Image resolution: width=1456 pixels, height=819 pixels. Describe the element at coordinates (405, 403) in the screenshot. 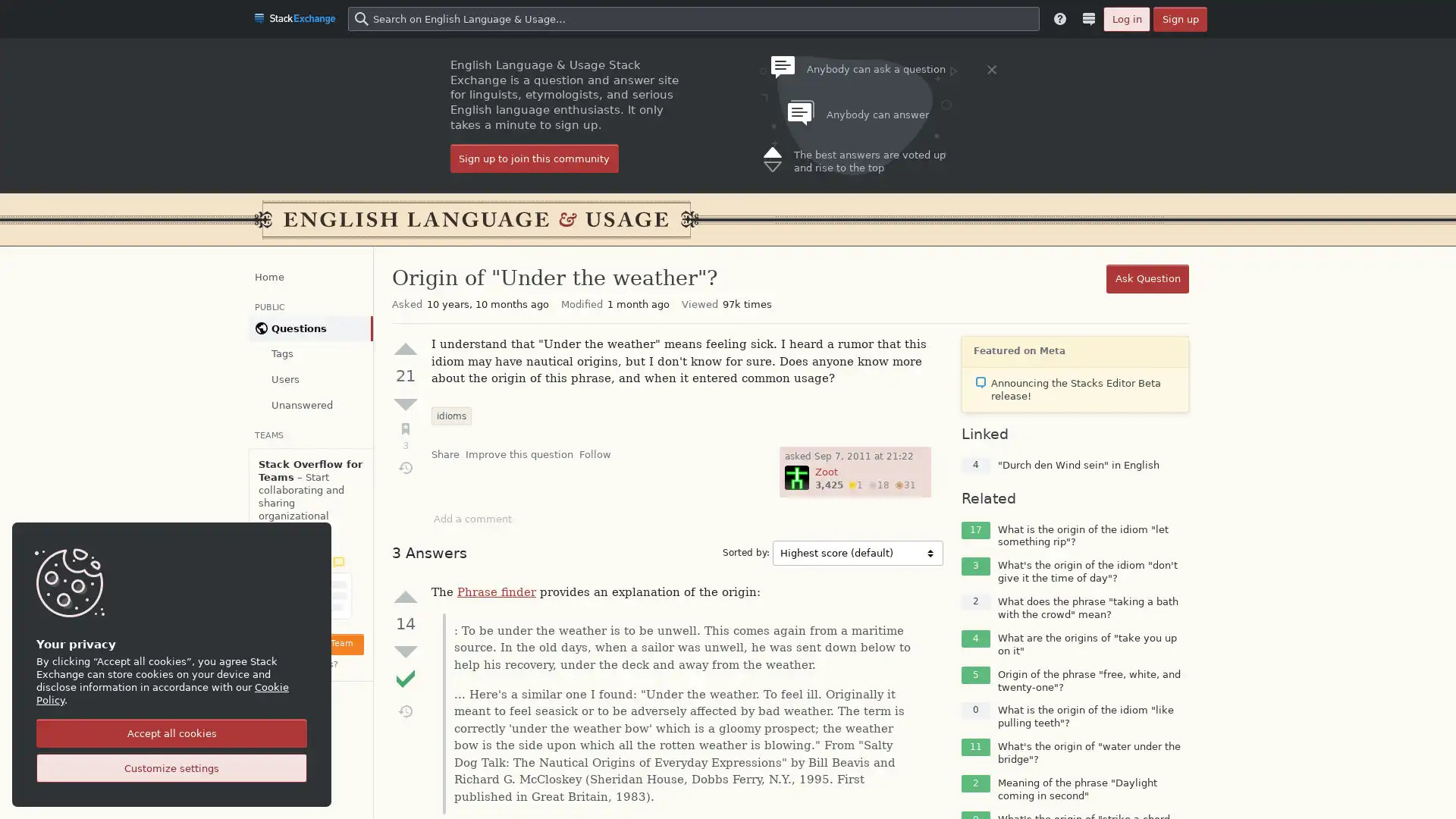

I see `Down vote` at that location.